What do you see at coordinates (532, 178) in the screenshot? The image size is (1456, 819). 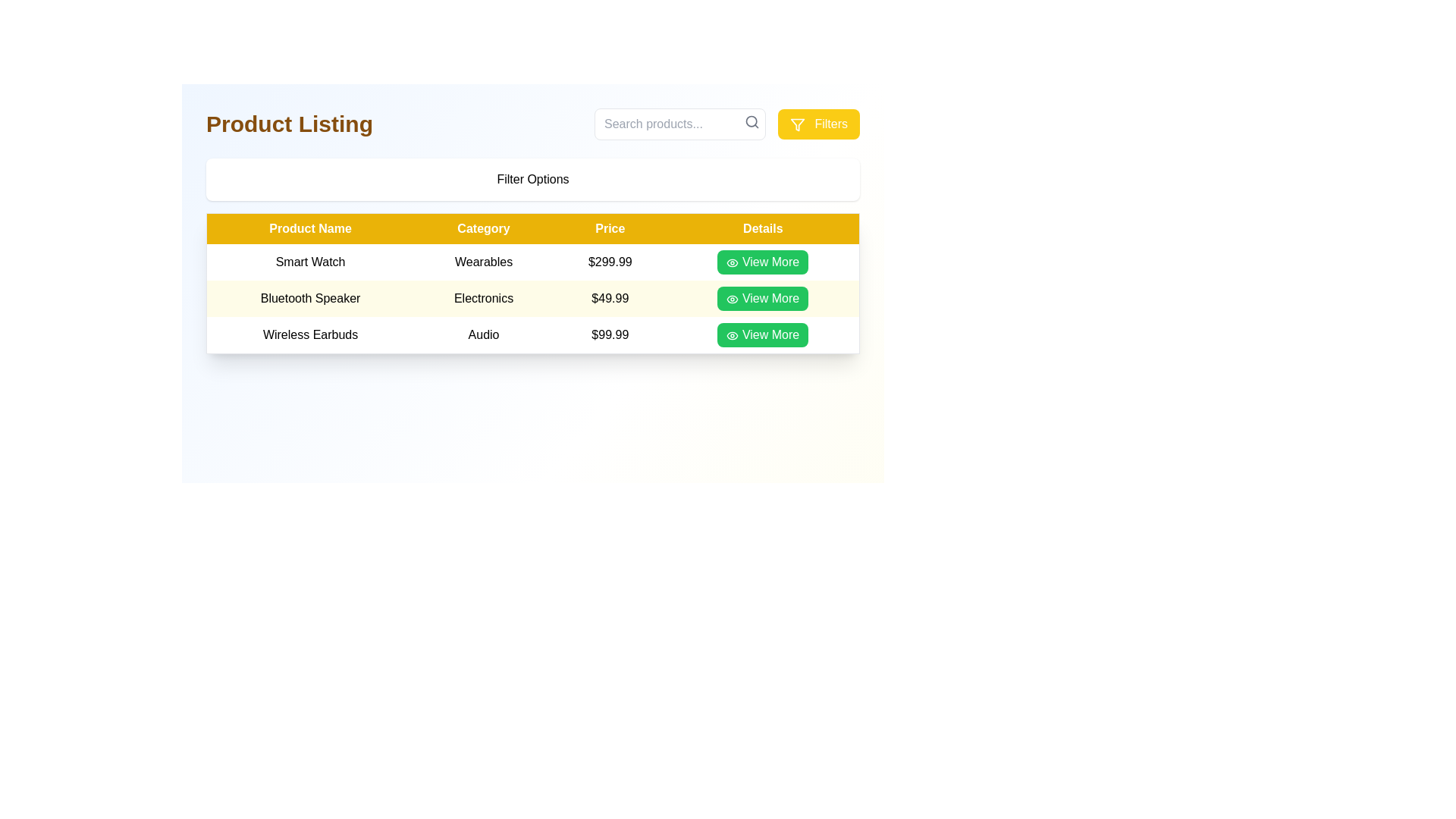 I see `the text label that indicates the context of the section below, positioned in a white block with rounded corners and a drop-shadow effect, located below the 'Product Listing' title` at bounding box center [532, 178].